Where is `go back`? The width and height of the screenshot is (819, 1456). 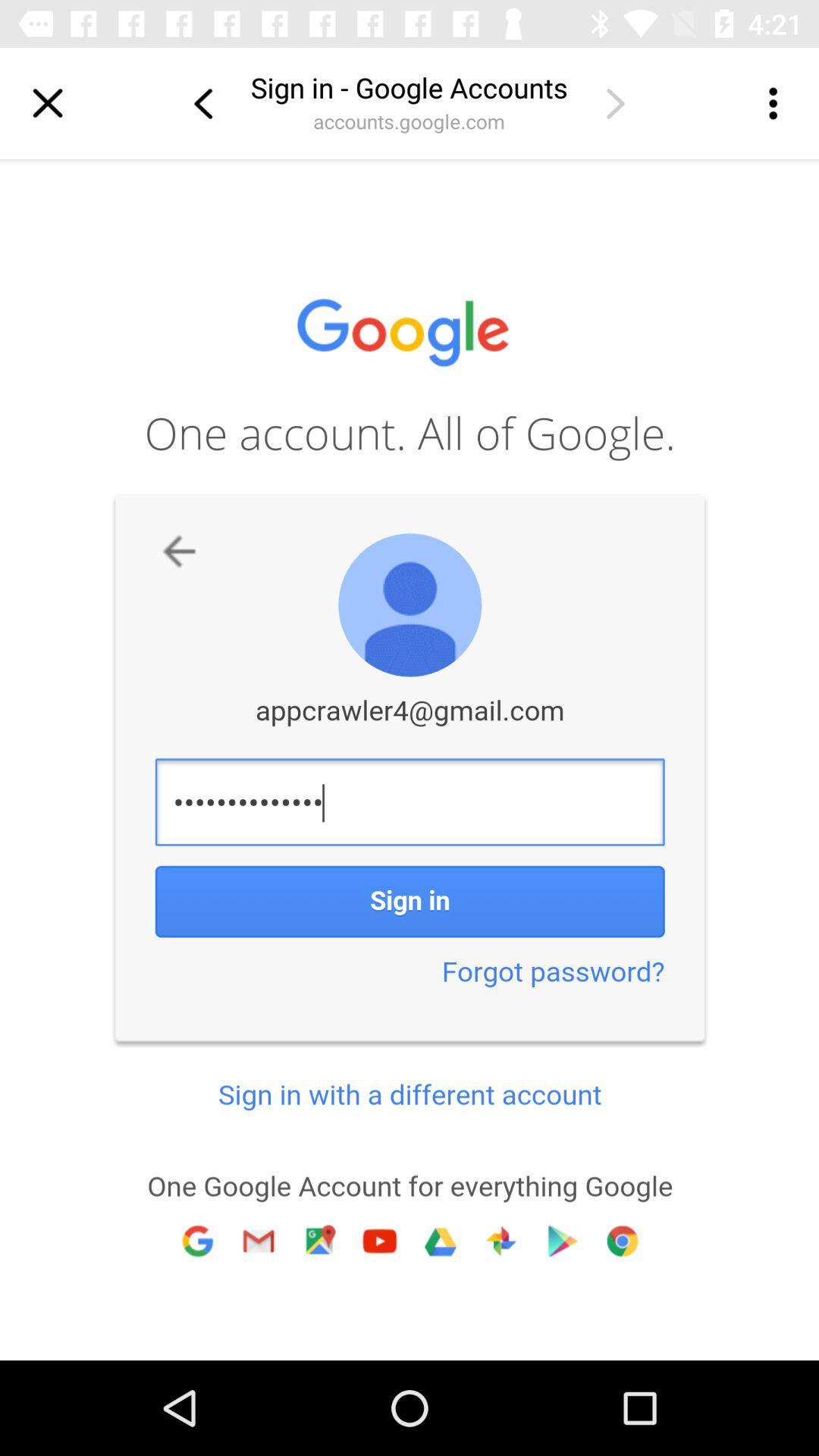
go back is located at coordinates (202, 102).